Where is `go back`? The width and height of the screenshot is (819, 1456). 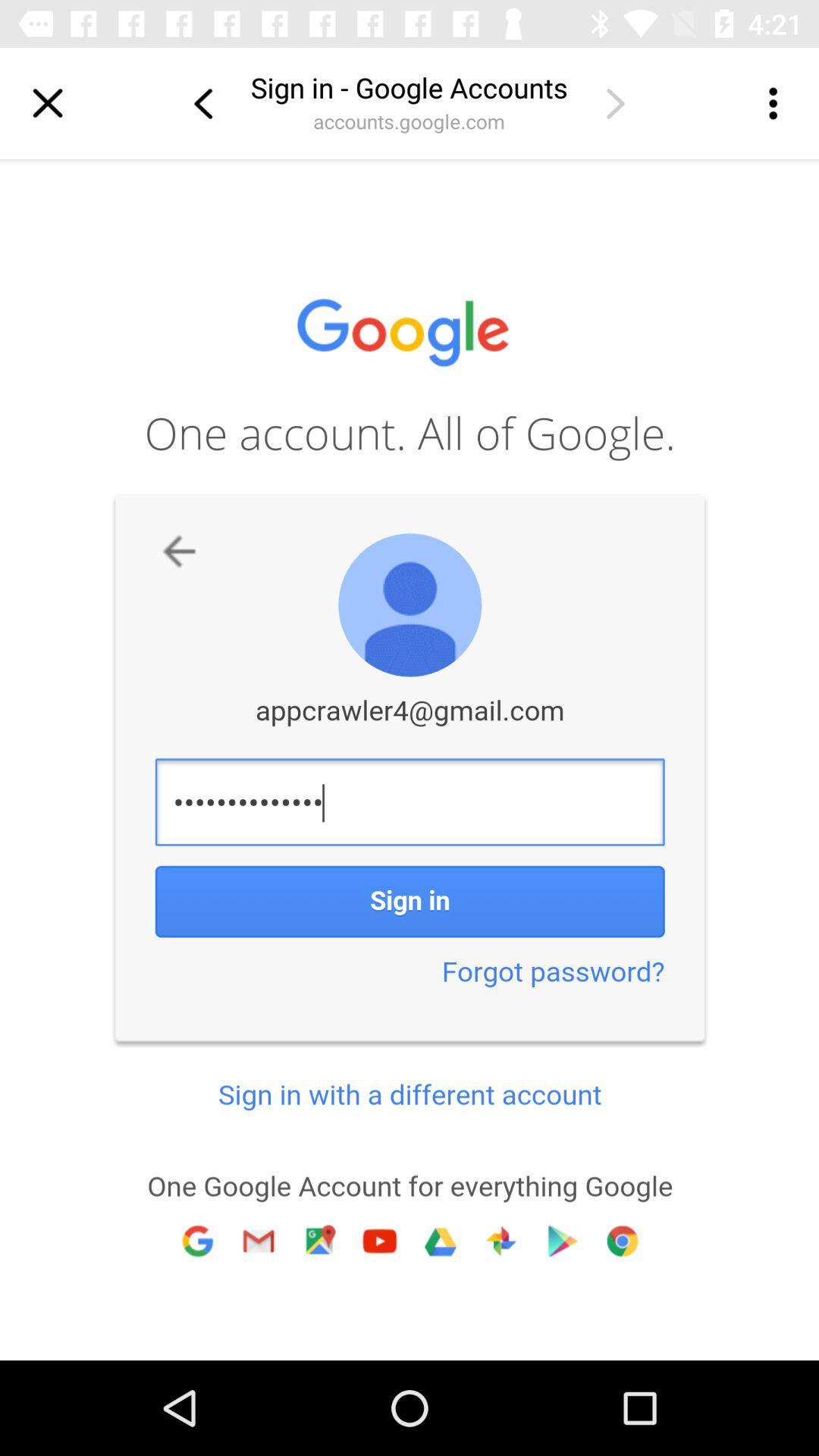
go back is located at coordinates (202, 102).